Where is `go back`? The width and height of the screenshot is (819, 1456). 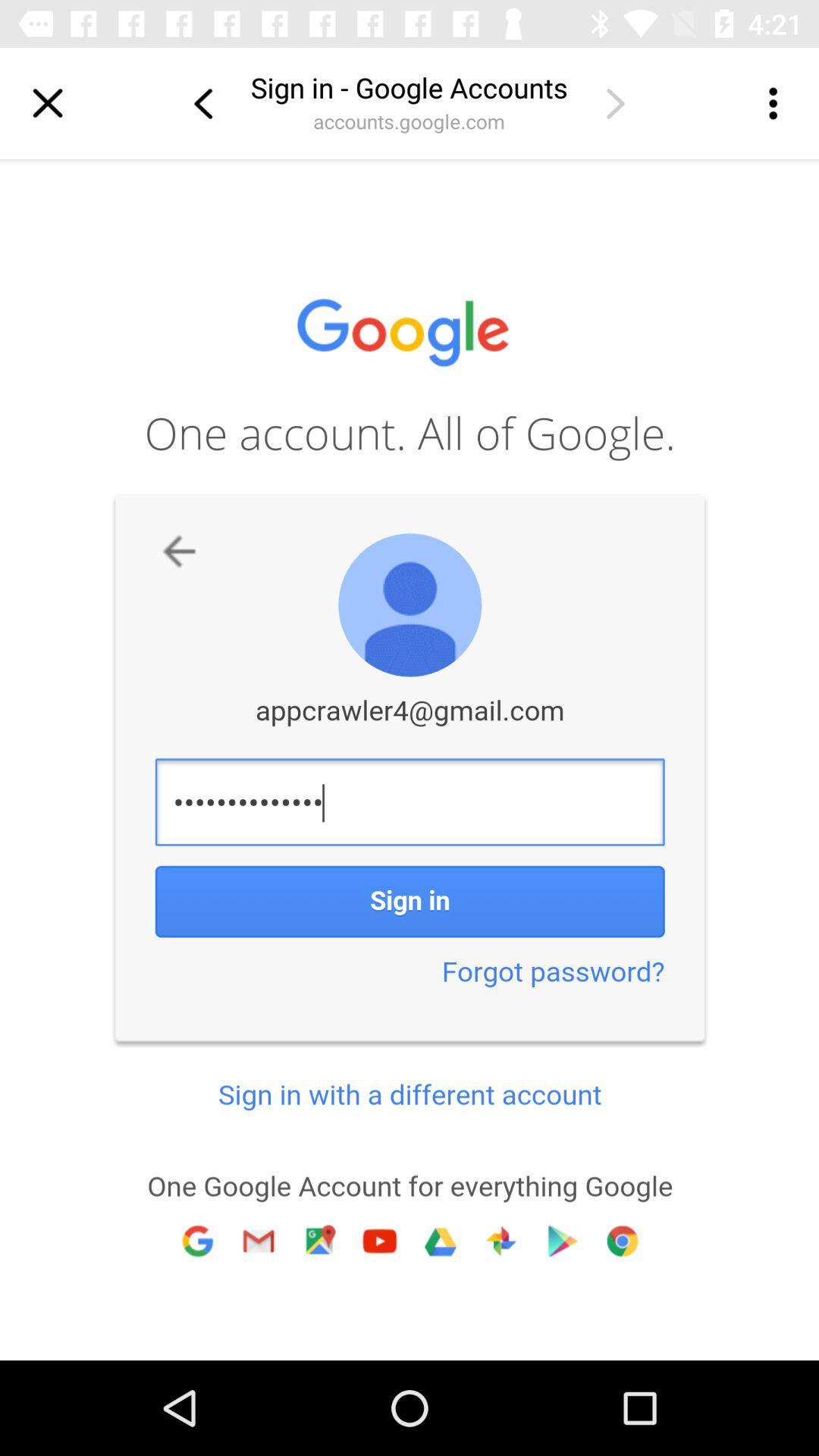
go back is located at coordinates (202, 102).